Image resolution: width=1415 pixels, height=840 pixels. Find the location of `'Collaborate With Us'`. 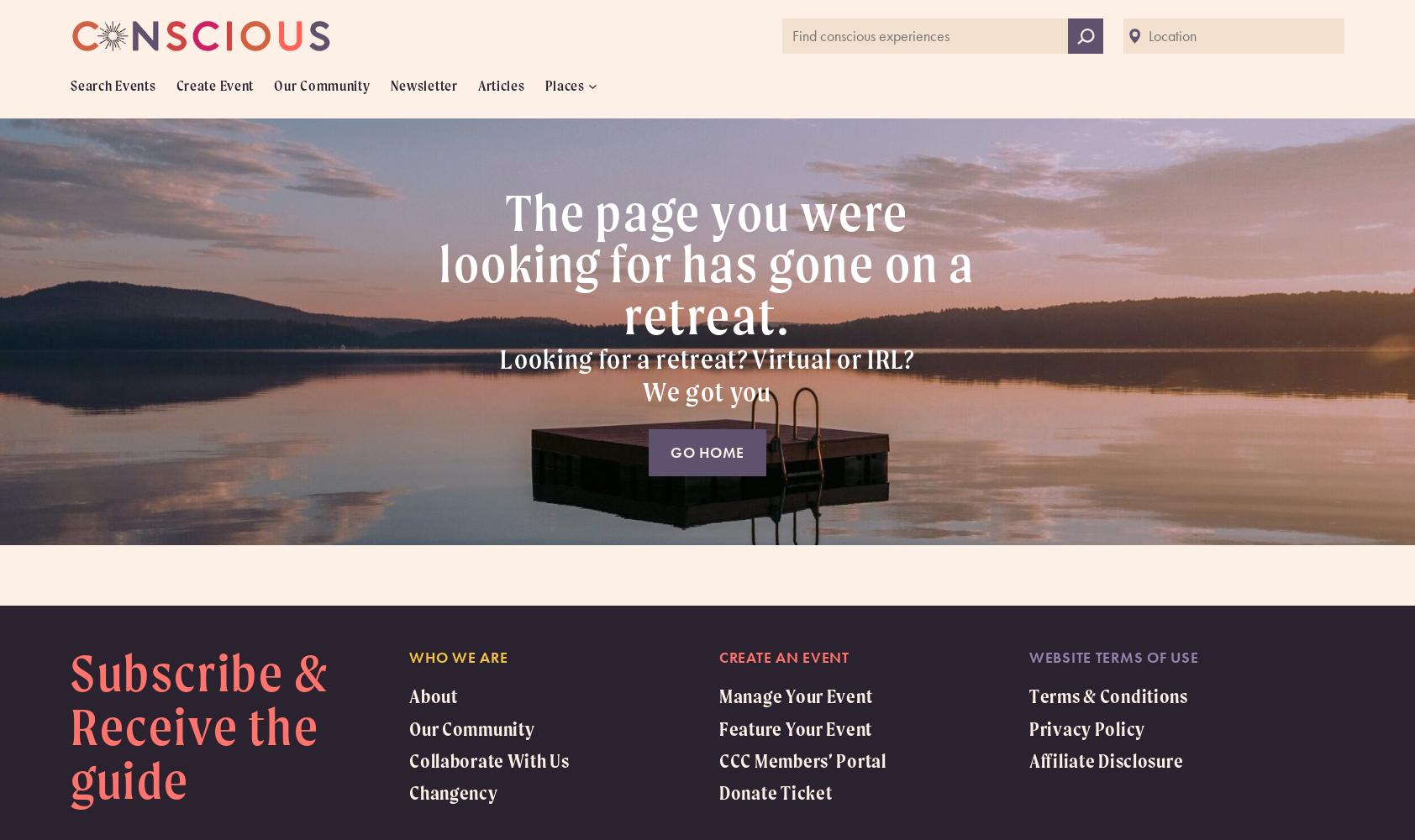

'Collaborate With Us' is located at coordinates (487, 760).